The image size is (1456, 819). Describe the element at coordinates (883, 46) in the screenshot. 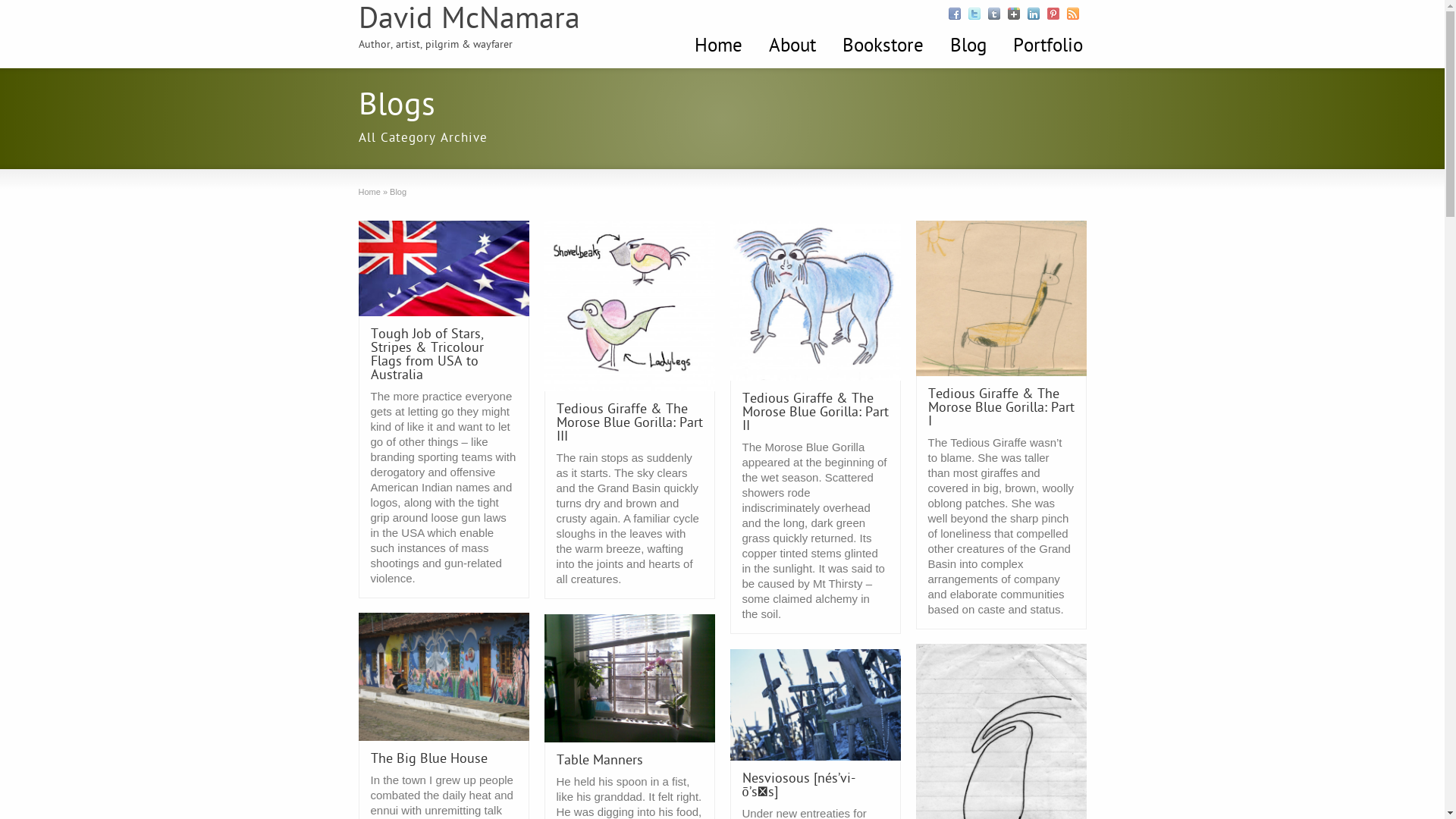

I see `'Bookstore'` at that location.